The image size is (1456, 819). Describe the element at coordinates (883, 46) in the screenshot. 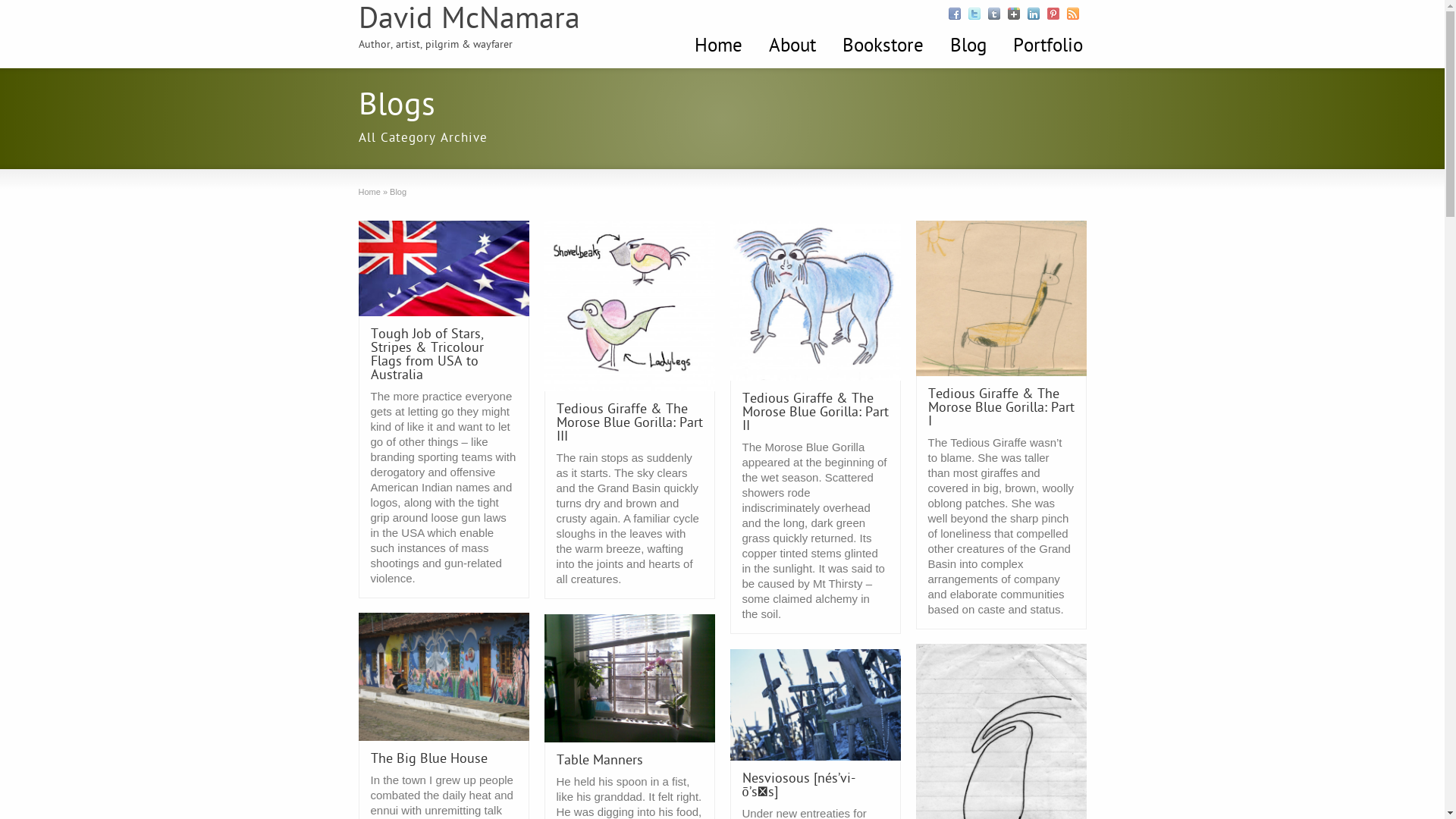

I see `'Bookstore'` at that location.